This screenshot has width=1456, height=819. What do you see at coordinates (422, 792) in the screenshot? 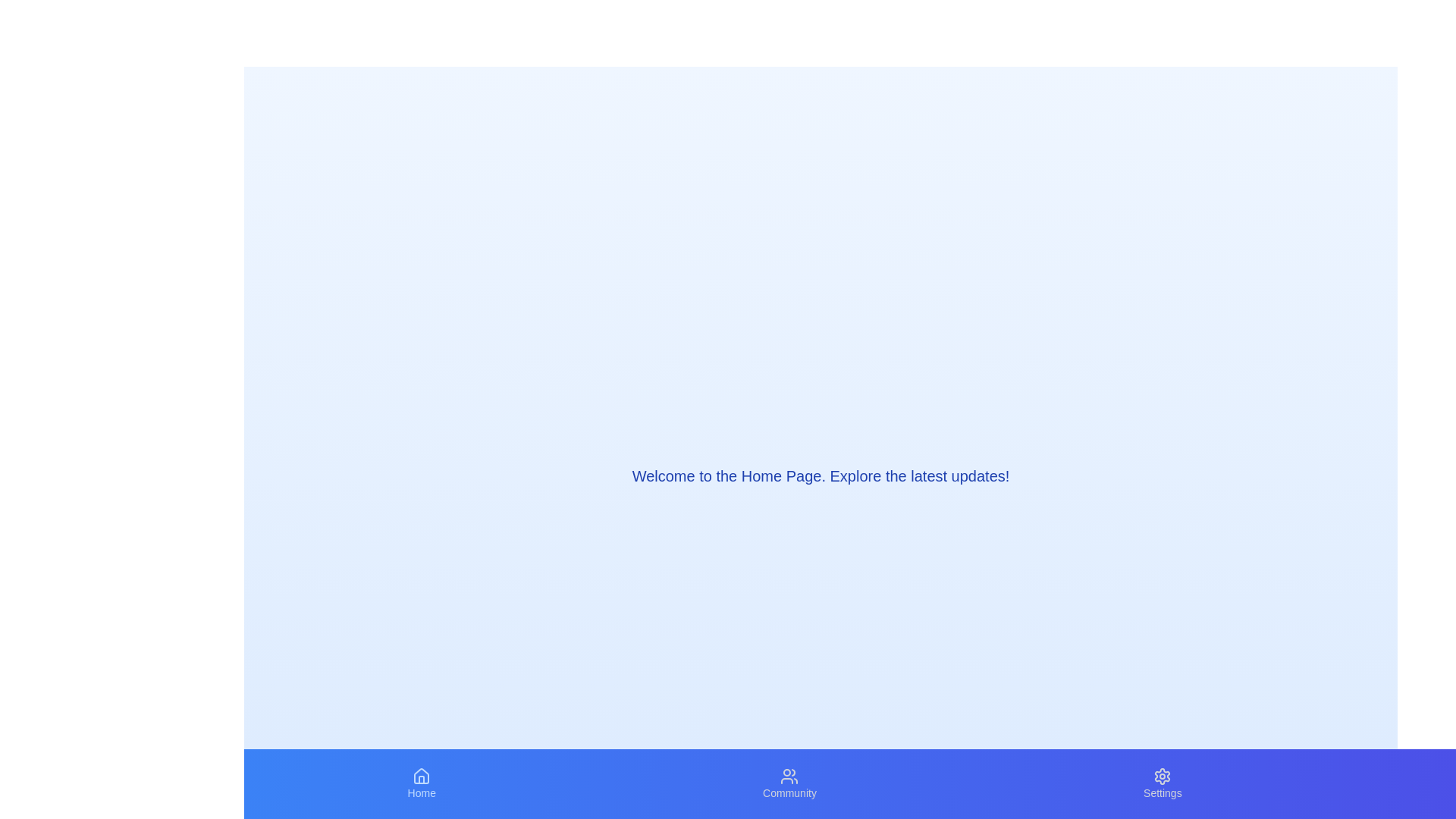
I see `the 'Home' text label located in the bottom navigation bar, which is centered under the home icon` at bounding box center [422, 792].